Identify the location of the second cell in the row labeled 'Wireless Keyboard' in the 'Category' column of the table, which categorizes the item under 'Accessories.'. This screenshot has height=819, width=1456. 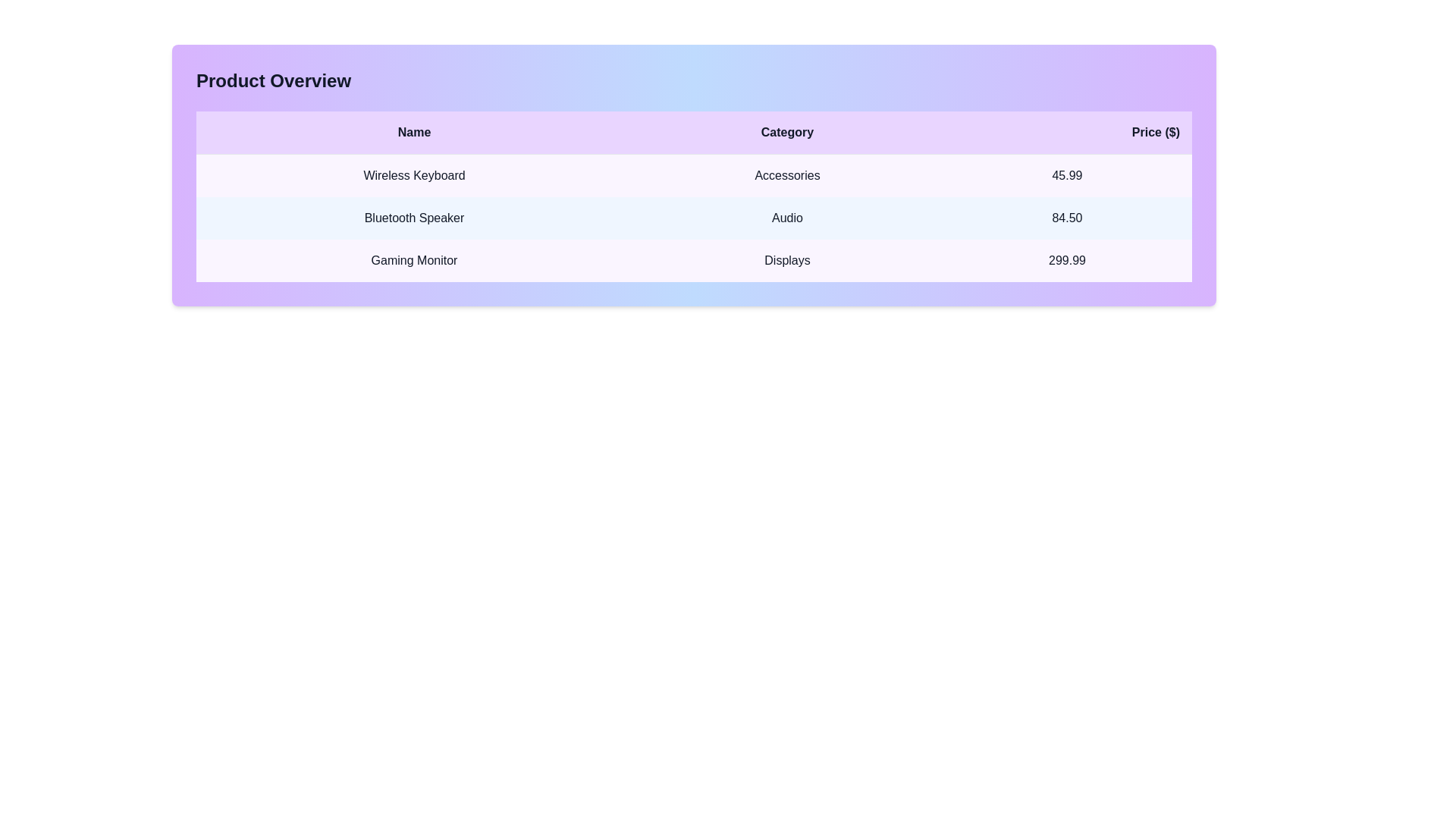
(787, 174).